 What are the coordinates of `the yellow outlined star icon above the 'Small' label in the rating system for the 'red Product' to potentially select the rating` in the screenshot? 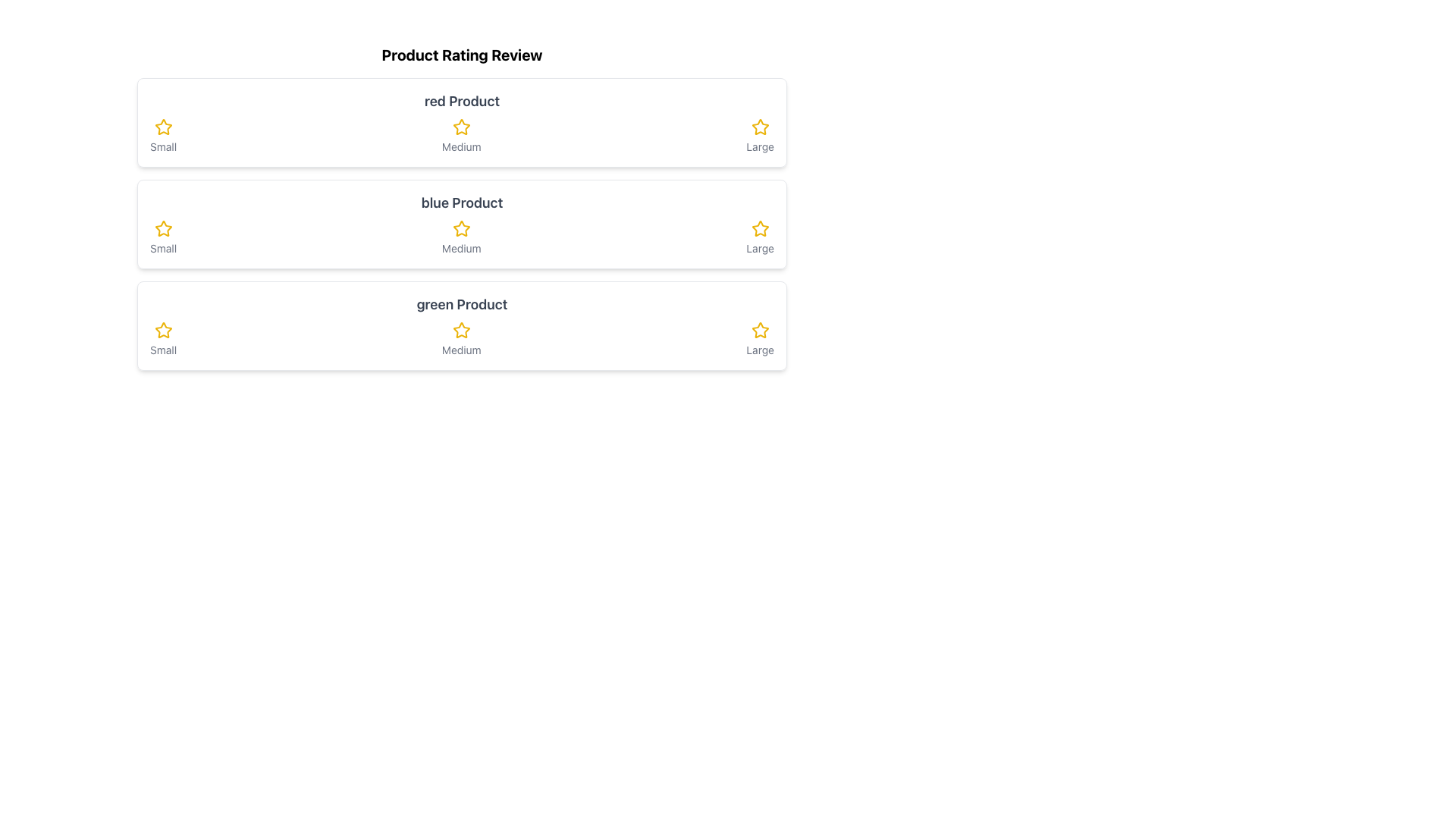 It's located at (163, 127).